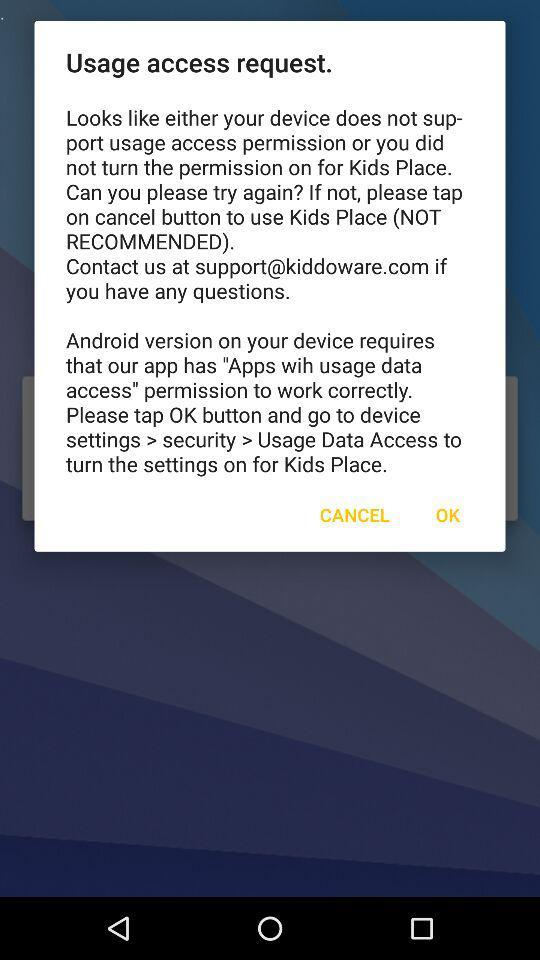 The height and width of the screenshot is (960, 540). Describe the element at coordinates (447, 513) in the screenshot. I see `the icon next to the cancel icon` at that location.